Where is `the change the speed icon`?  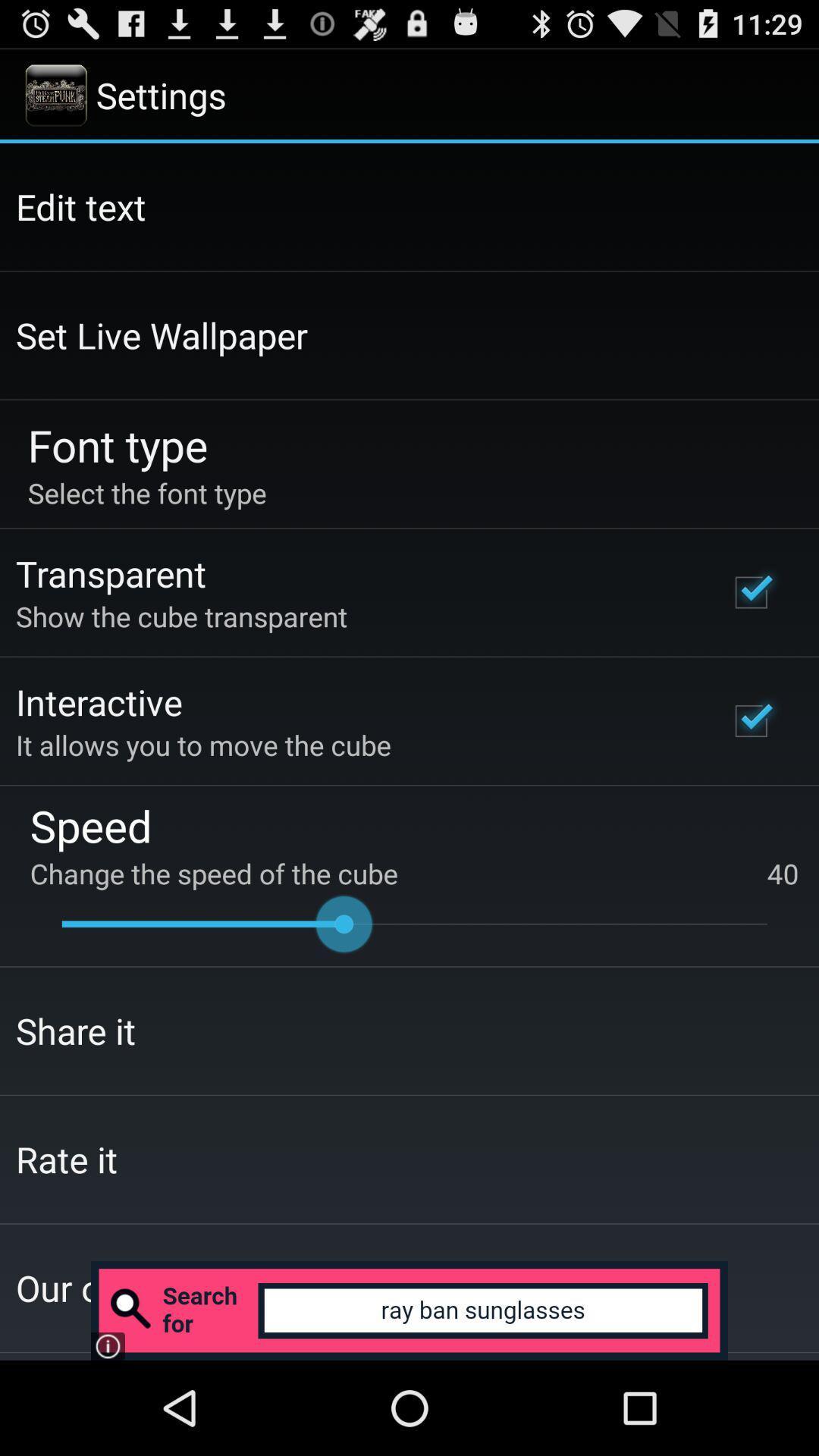 the change the speed icon is located at coordinates (414, 874).